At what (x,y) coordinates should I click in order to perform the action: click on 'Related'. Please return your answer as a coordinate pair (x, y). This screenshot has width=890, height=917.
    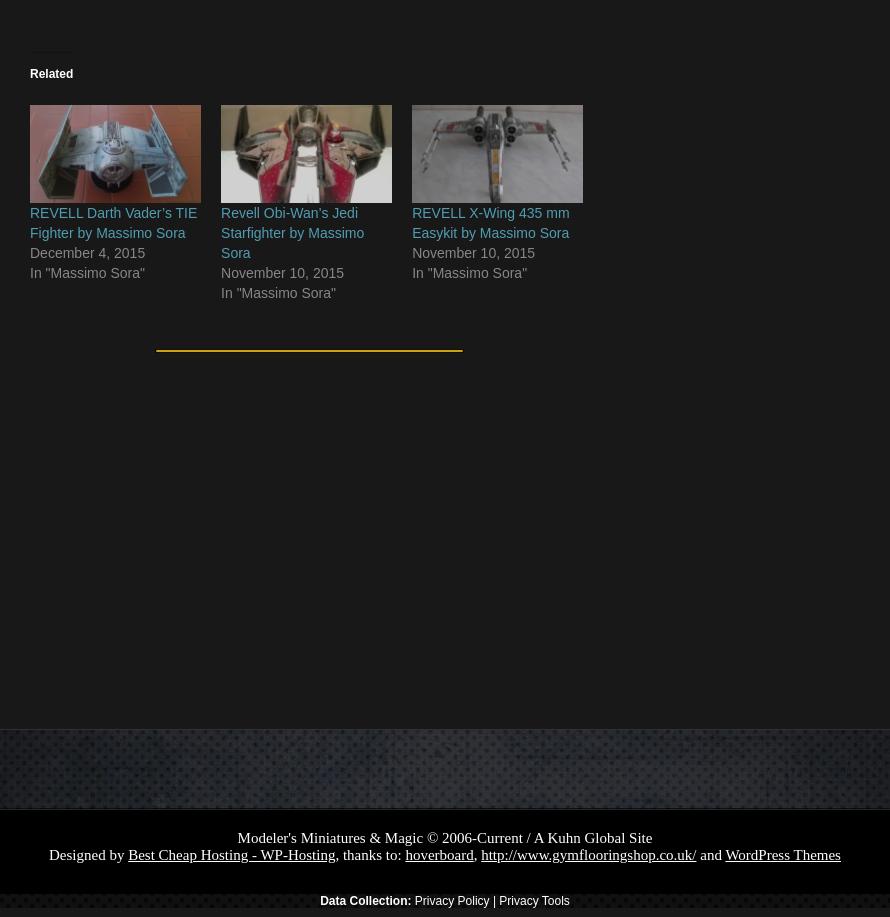
    Looking at the image, I should click on (51, 71).